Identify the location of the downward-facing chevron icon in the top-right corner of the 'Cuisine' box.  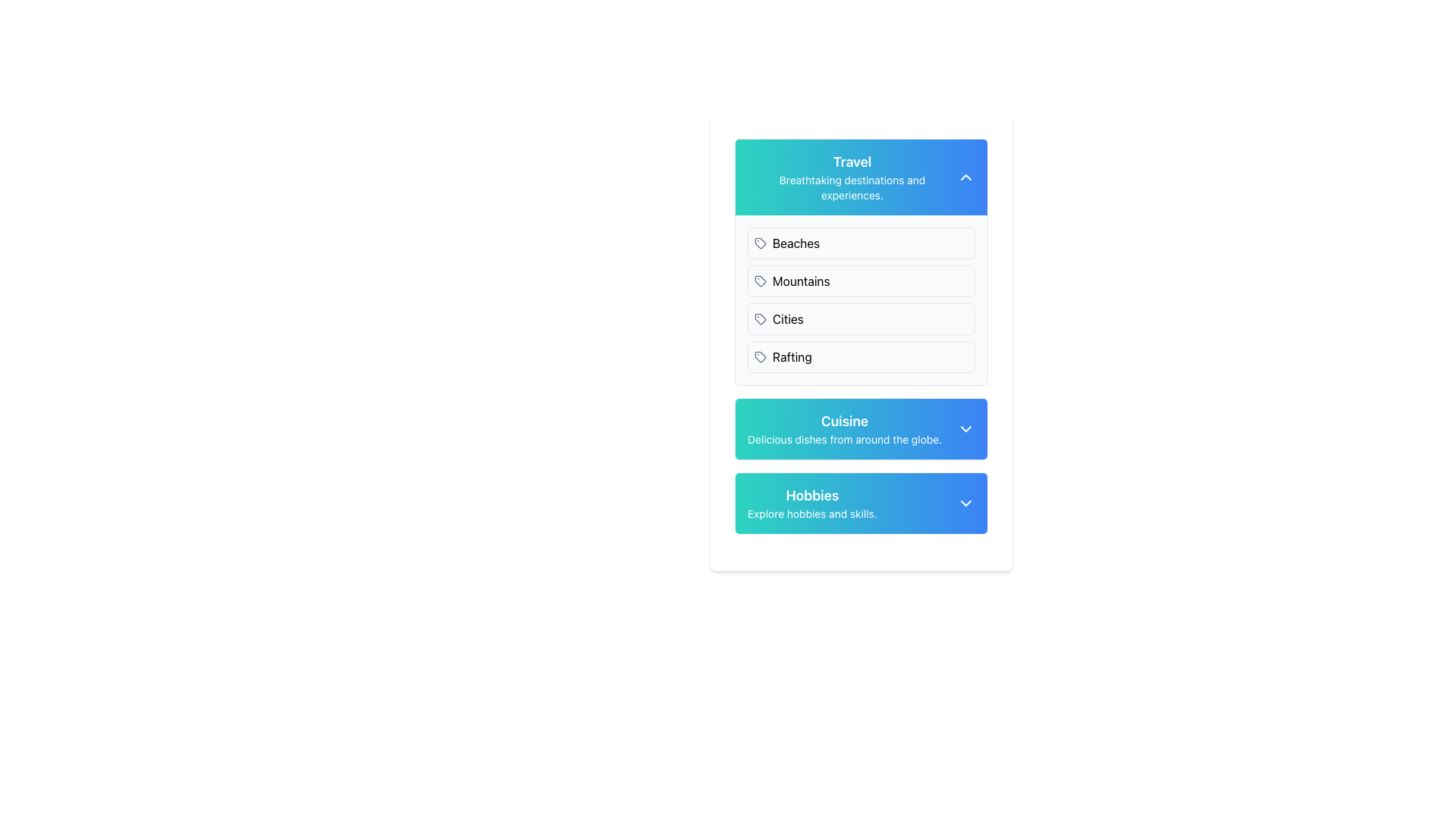
(965, 429).